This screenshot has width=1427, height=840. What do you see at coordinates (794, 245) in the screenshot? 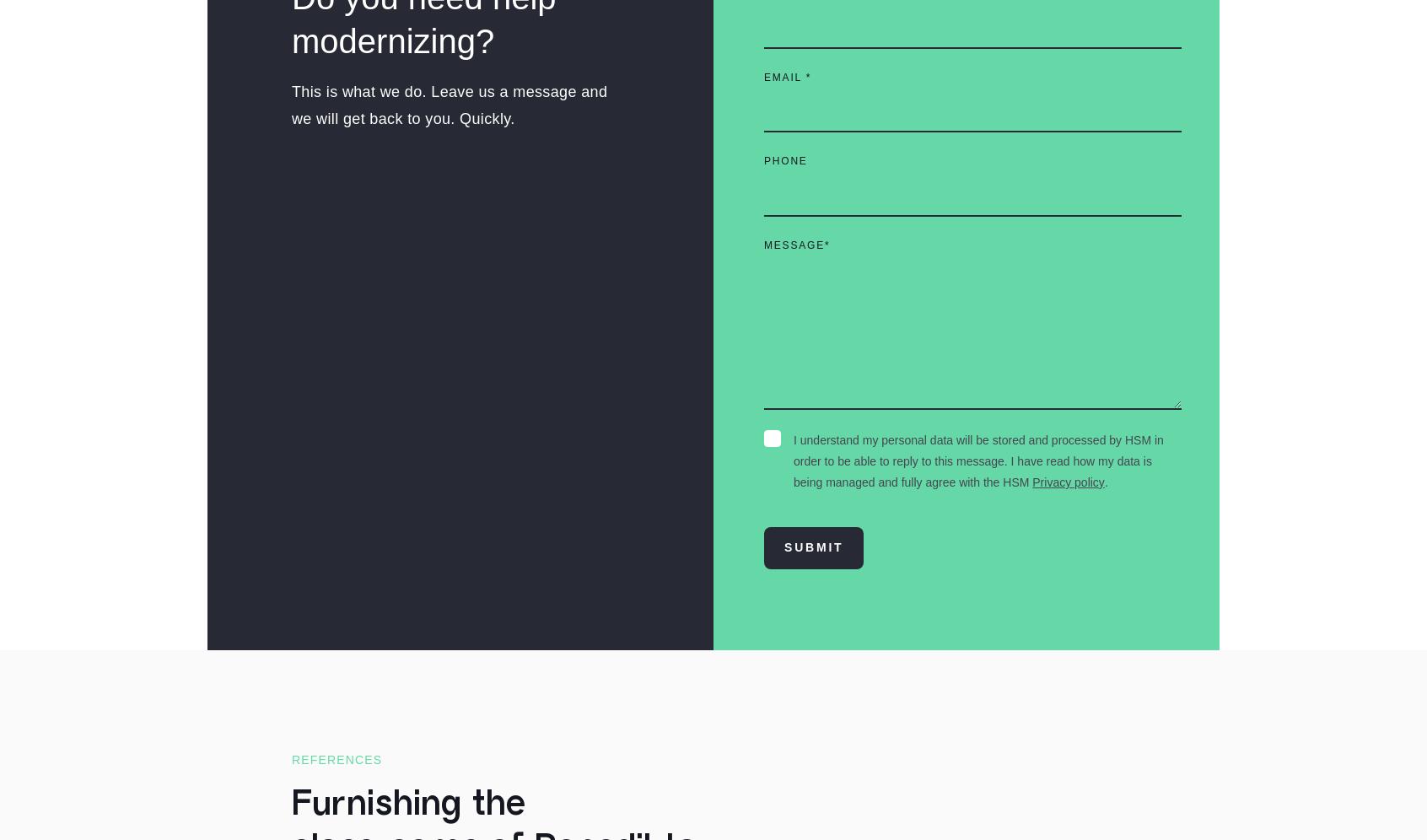
I see `'Message'` at bounding box center [794, 245].